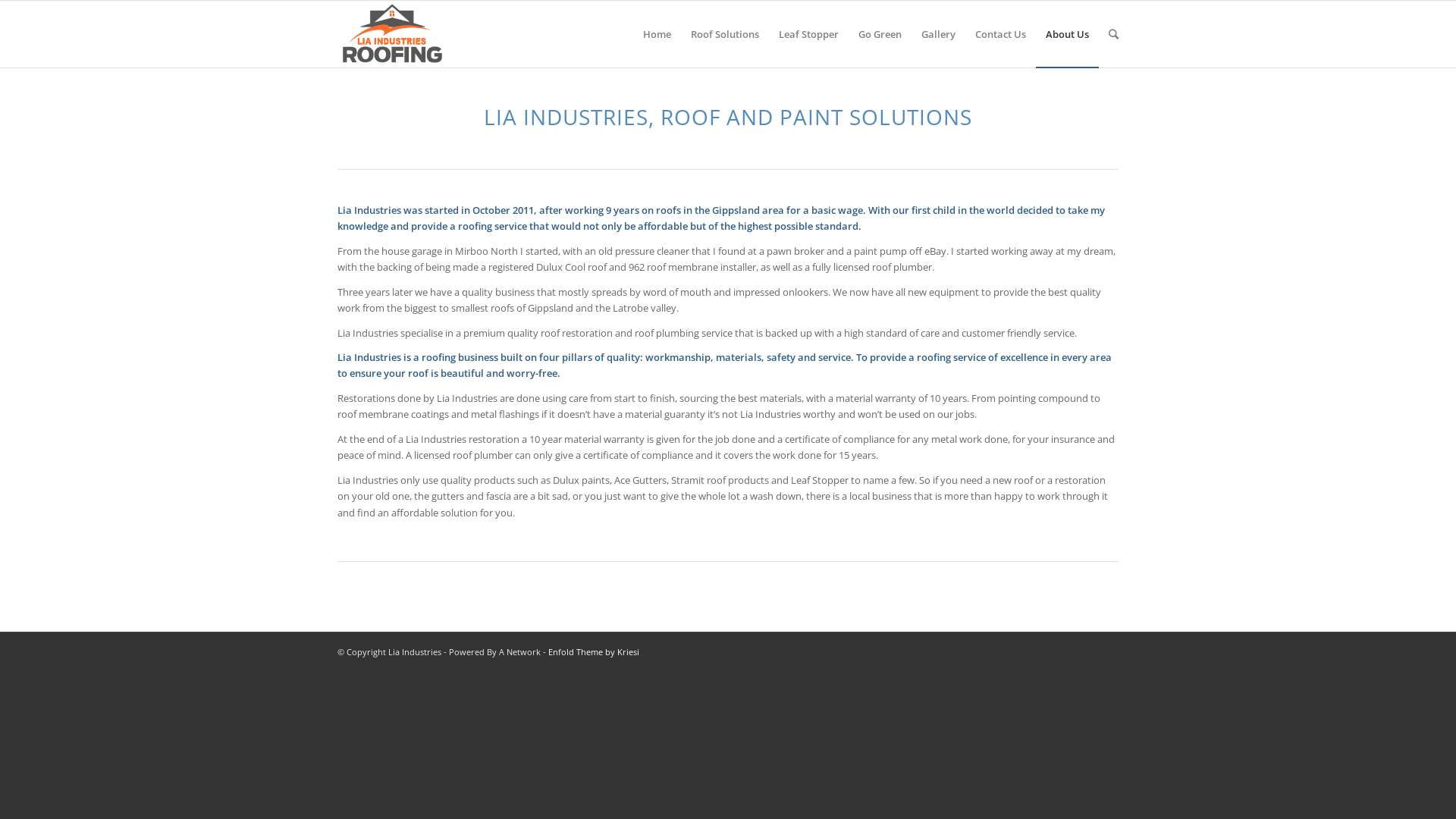  Describe the element at coordinates (1000, 34) in the screenshot. I see `'Contact Us'` at that location.